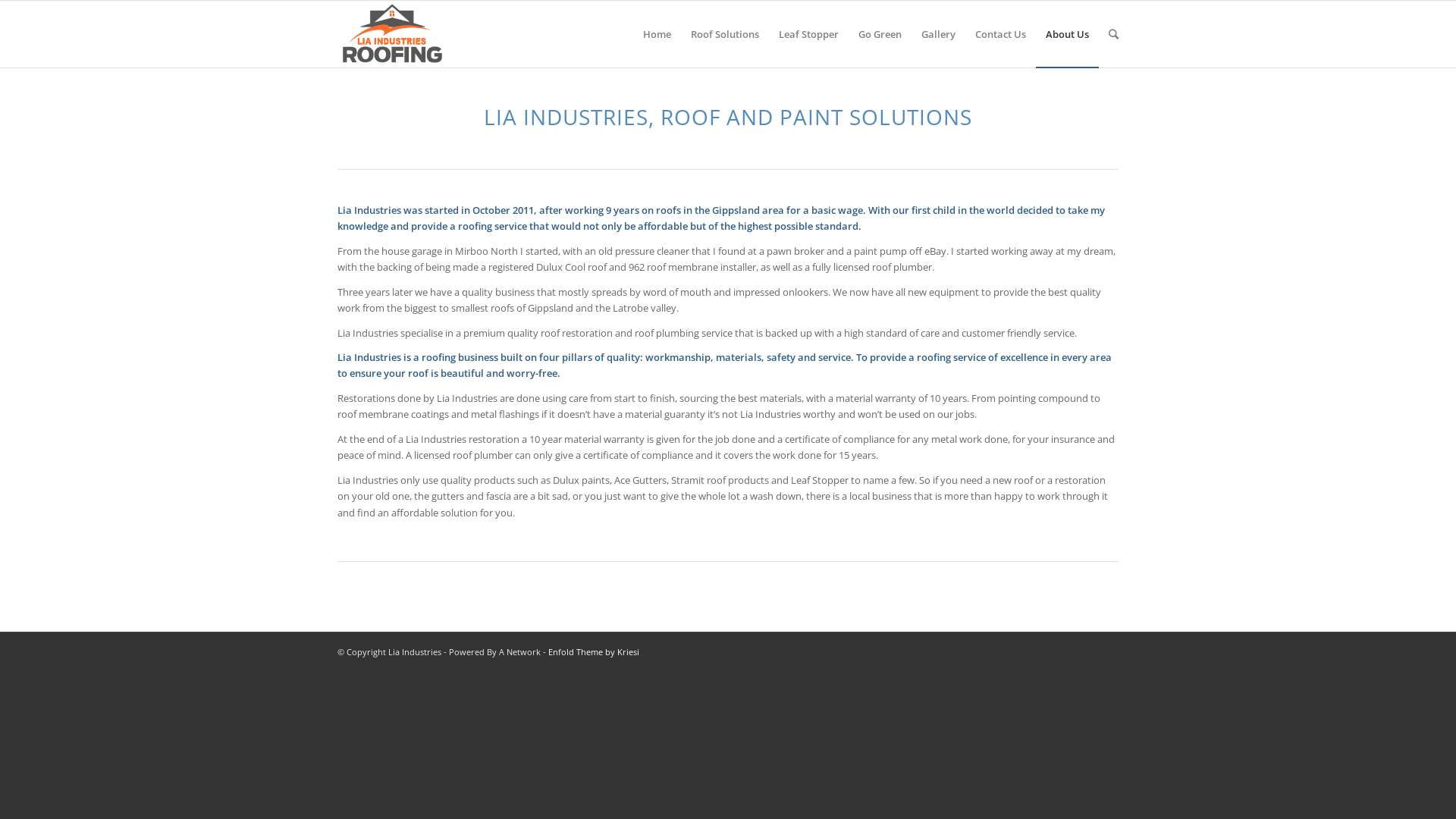  Describe the element at coordinates (1000, 34) in the screenshot. I see `'Contact Us'` at that location.